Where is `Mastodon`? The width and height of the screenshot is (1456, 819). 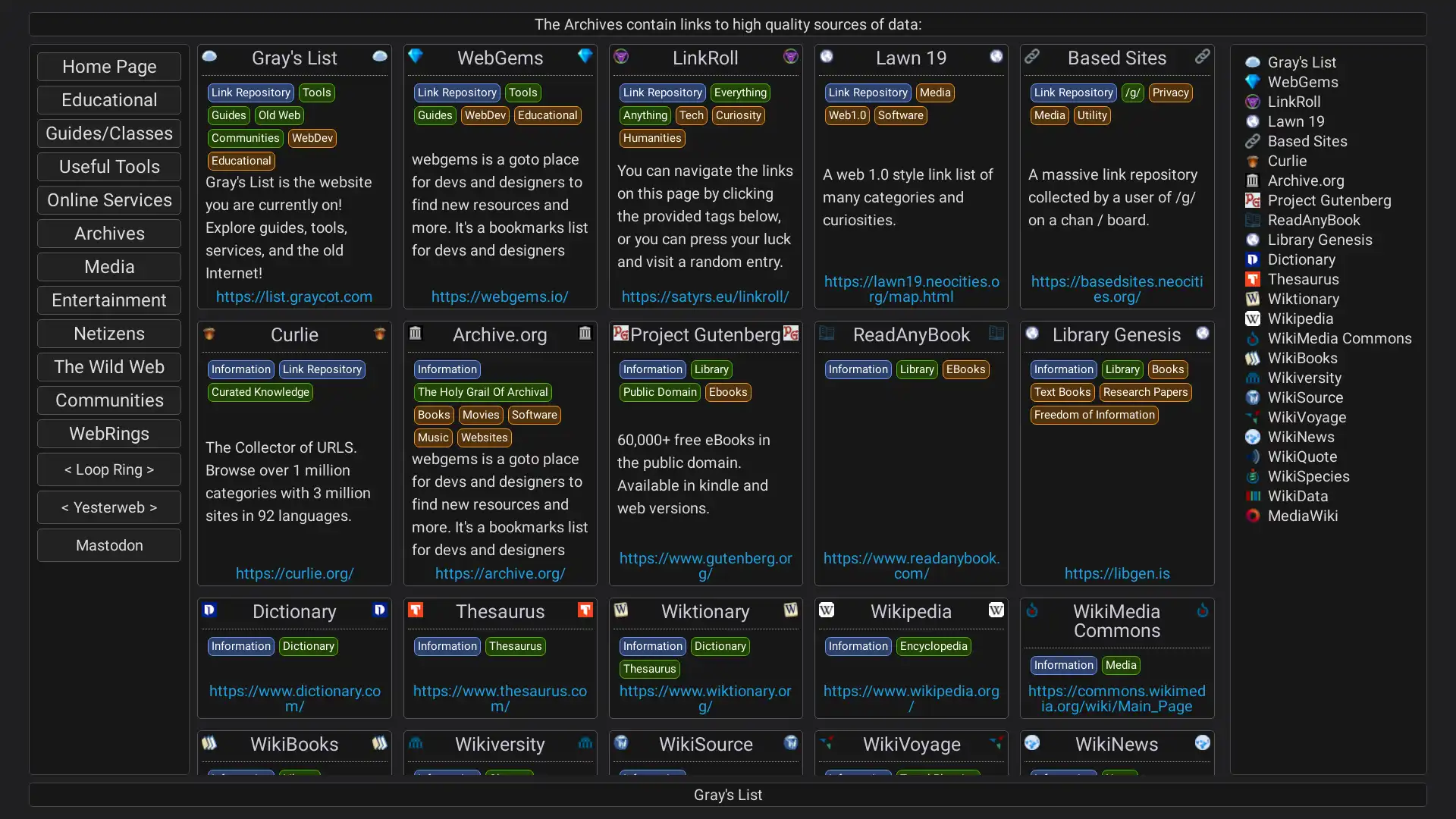
Mastodon is located at coordinates (108, 544).